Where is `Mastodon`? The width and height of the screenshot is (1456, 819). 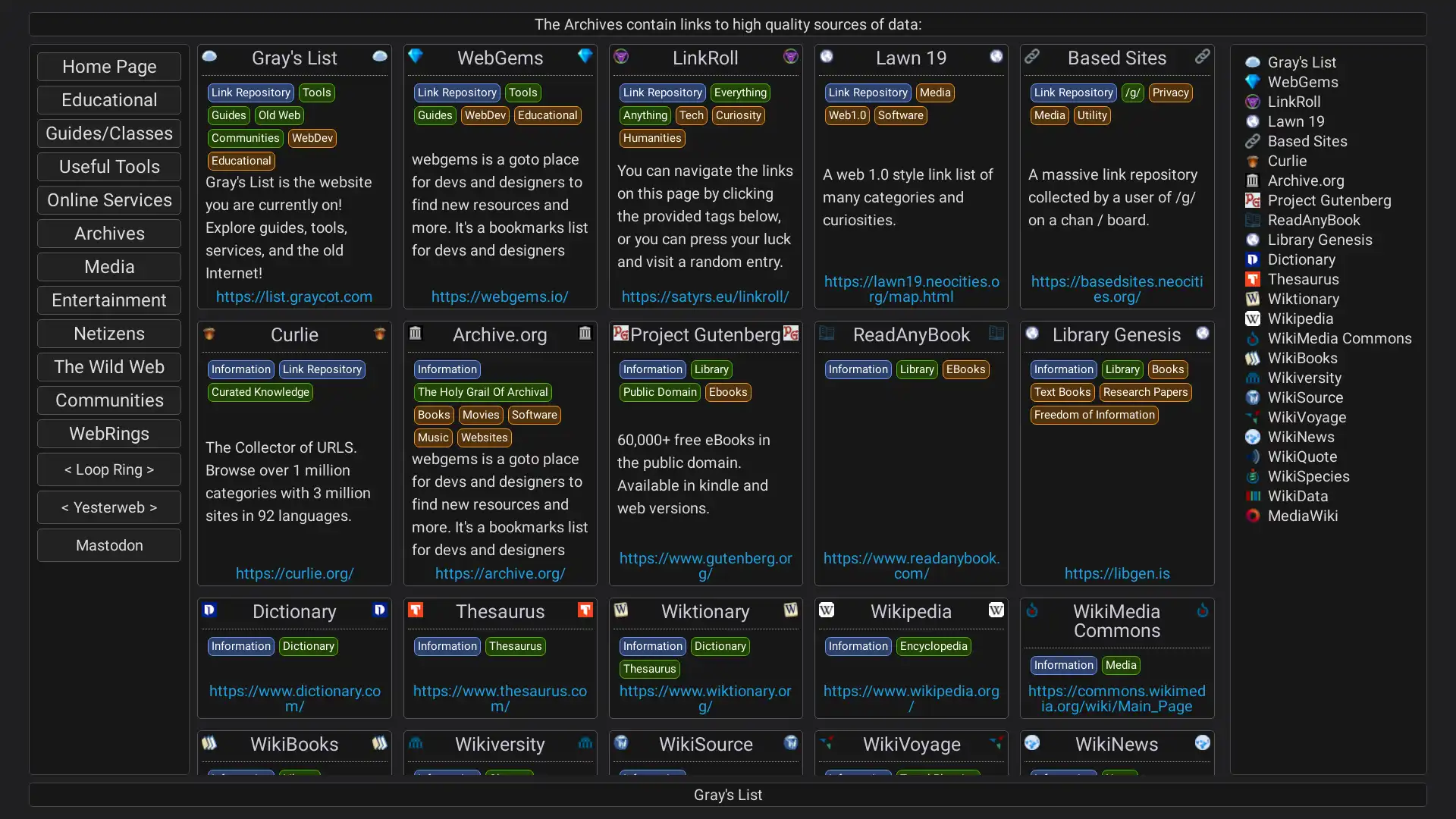
Mastodon is located at coordinates (108, 544).